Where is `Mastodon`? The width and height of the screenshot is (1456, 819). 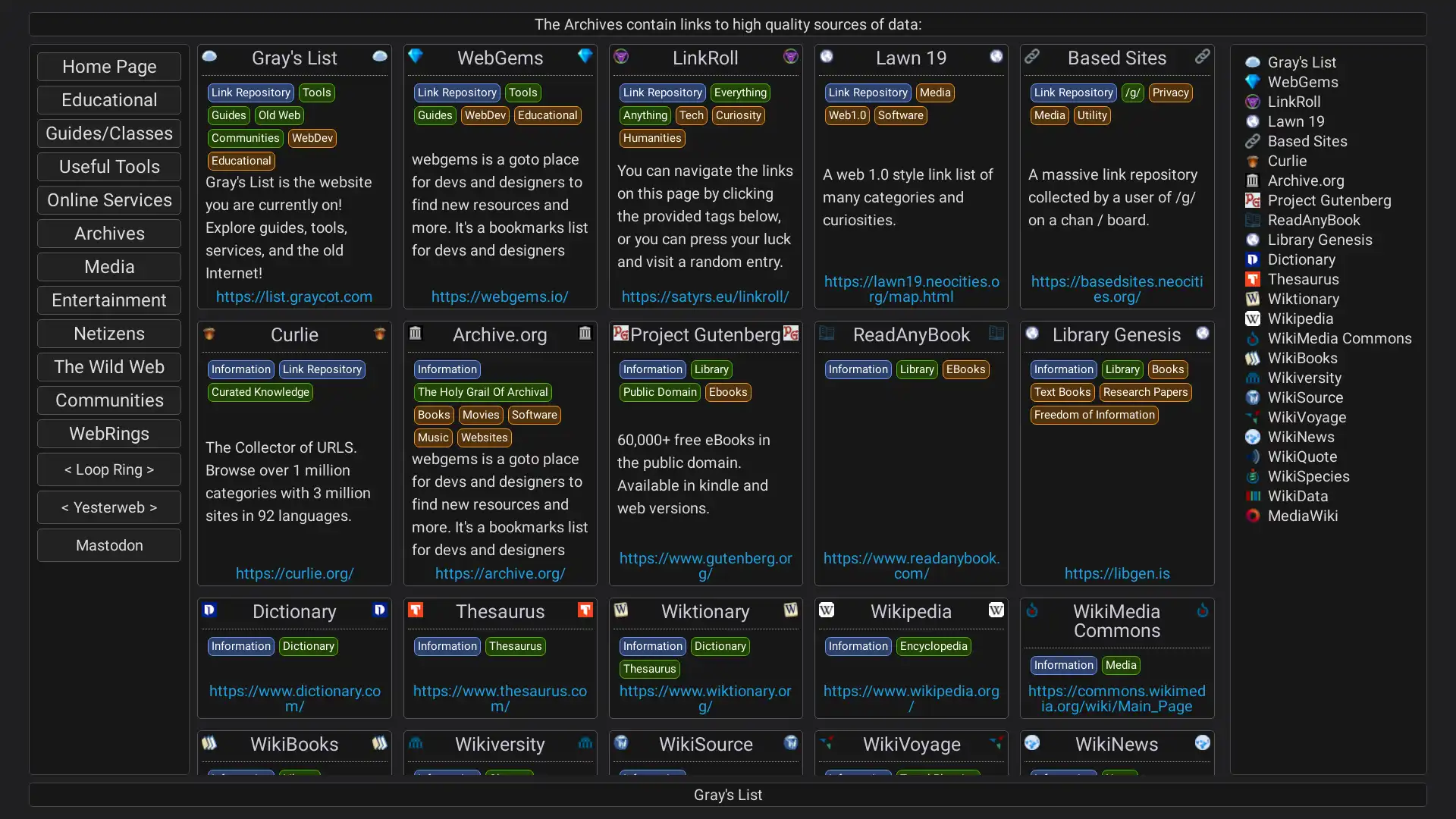
Mastodon is located at coordinates (108, 544).